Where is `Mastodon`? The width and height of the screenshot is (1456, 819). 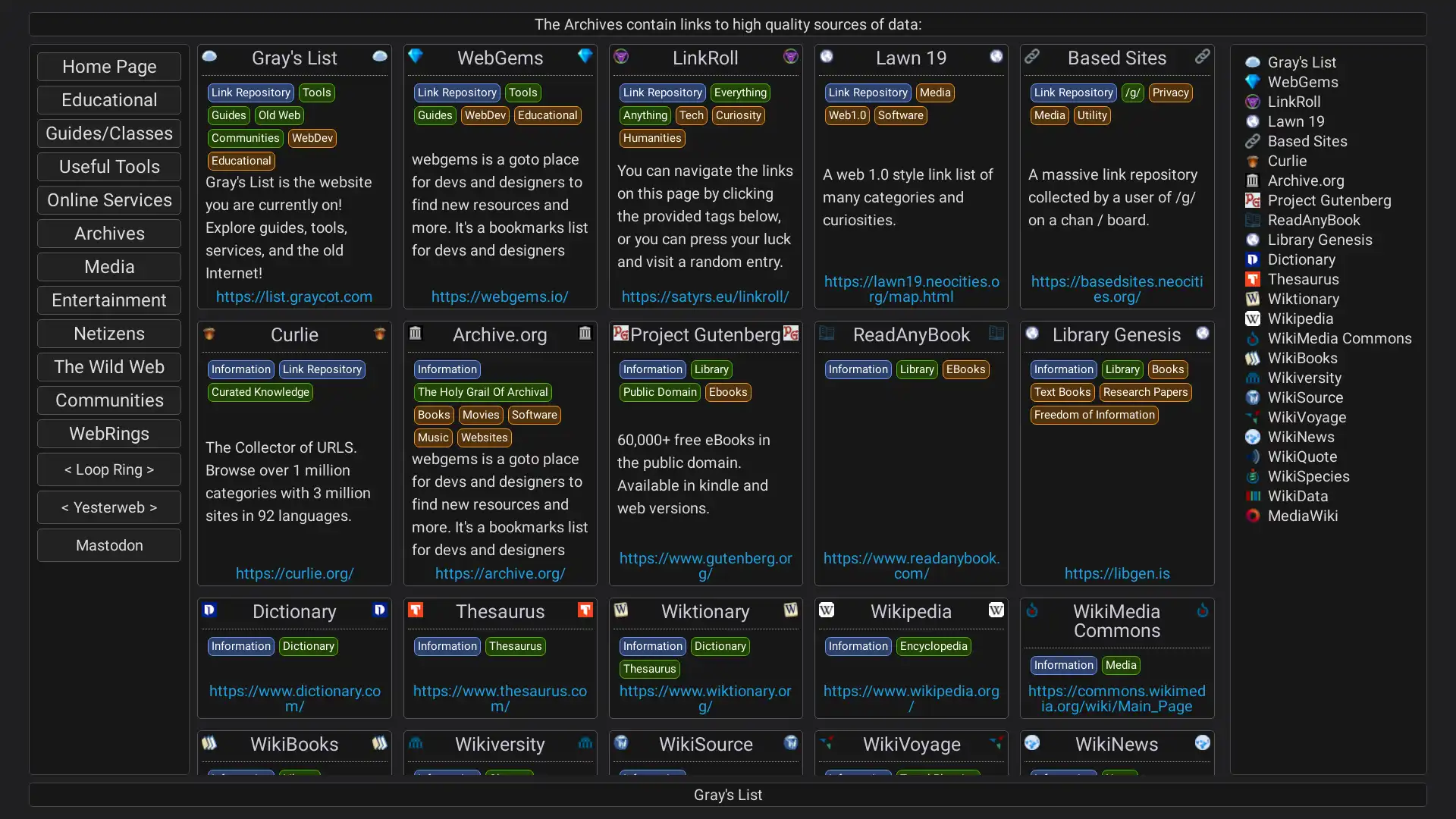
Mastodon is located at coordinates (108, 544).